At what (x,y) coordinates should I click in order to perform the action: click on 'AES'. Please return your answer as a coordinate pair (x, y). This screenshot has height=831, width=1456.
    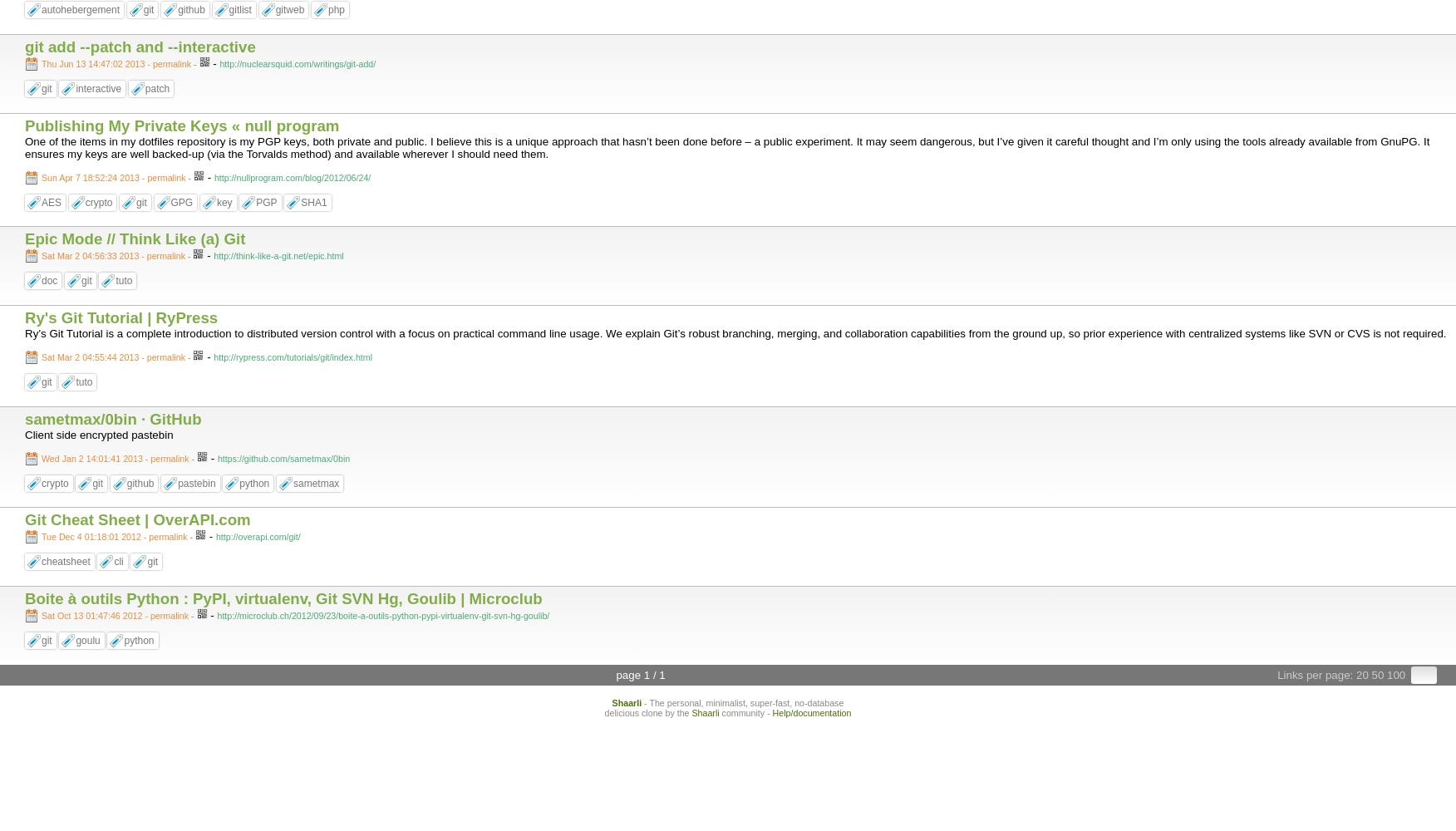
    Looking at the image, I should click on (52, 201).